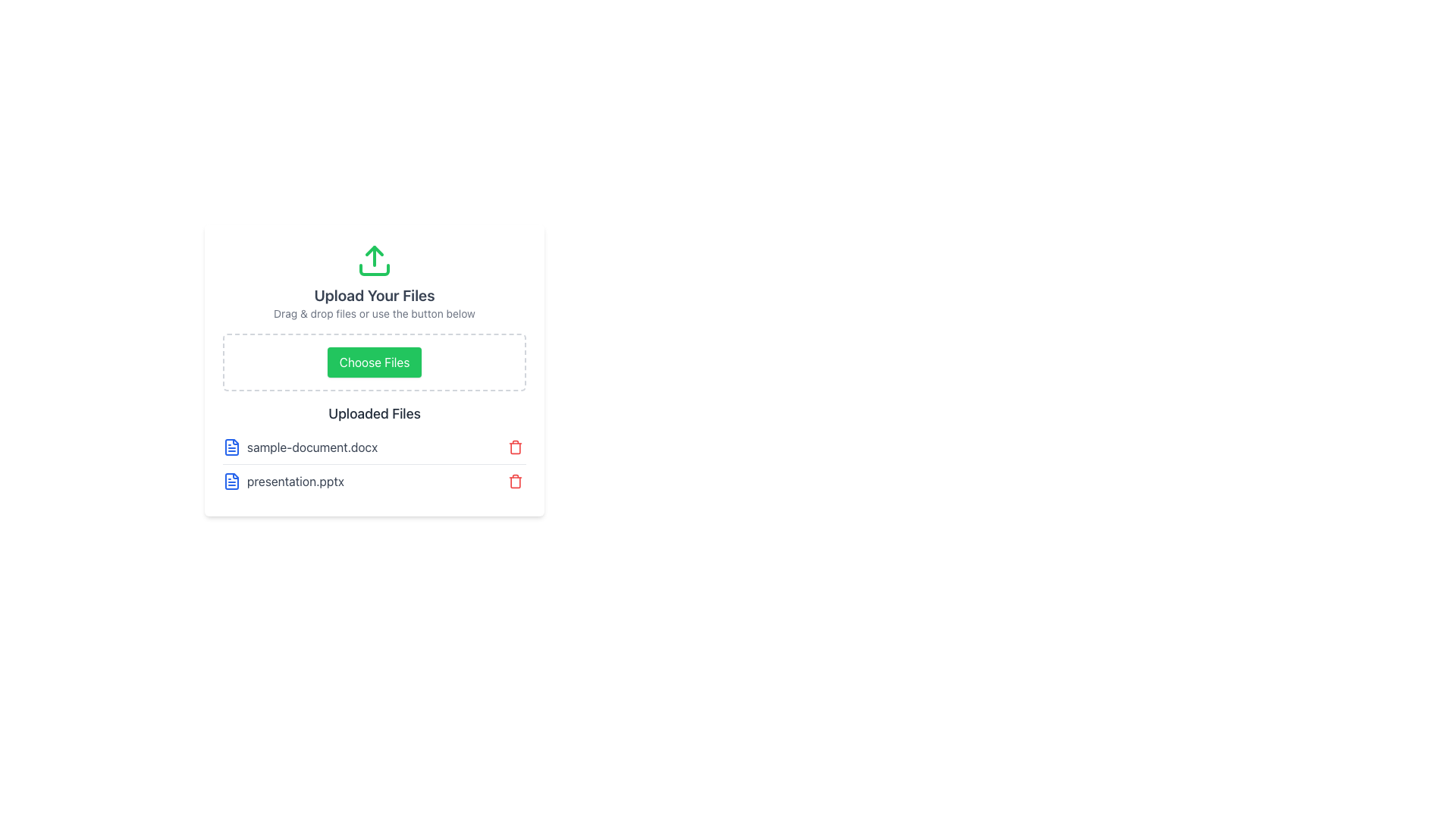  Describe the element at coordinates (375, 362) in the screenshot. I see `the 'Choose Files' button with a green background located in the 'Upload Your Files' section` at that location.